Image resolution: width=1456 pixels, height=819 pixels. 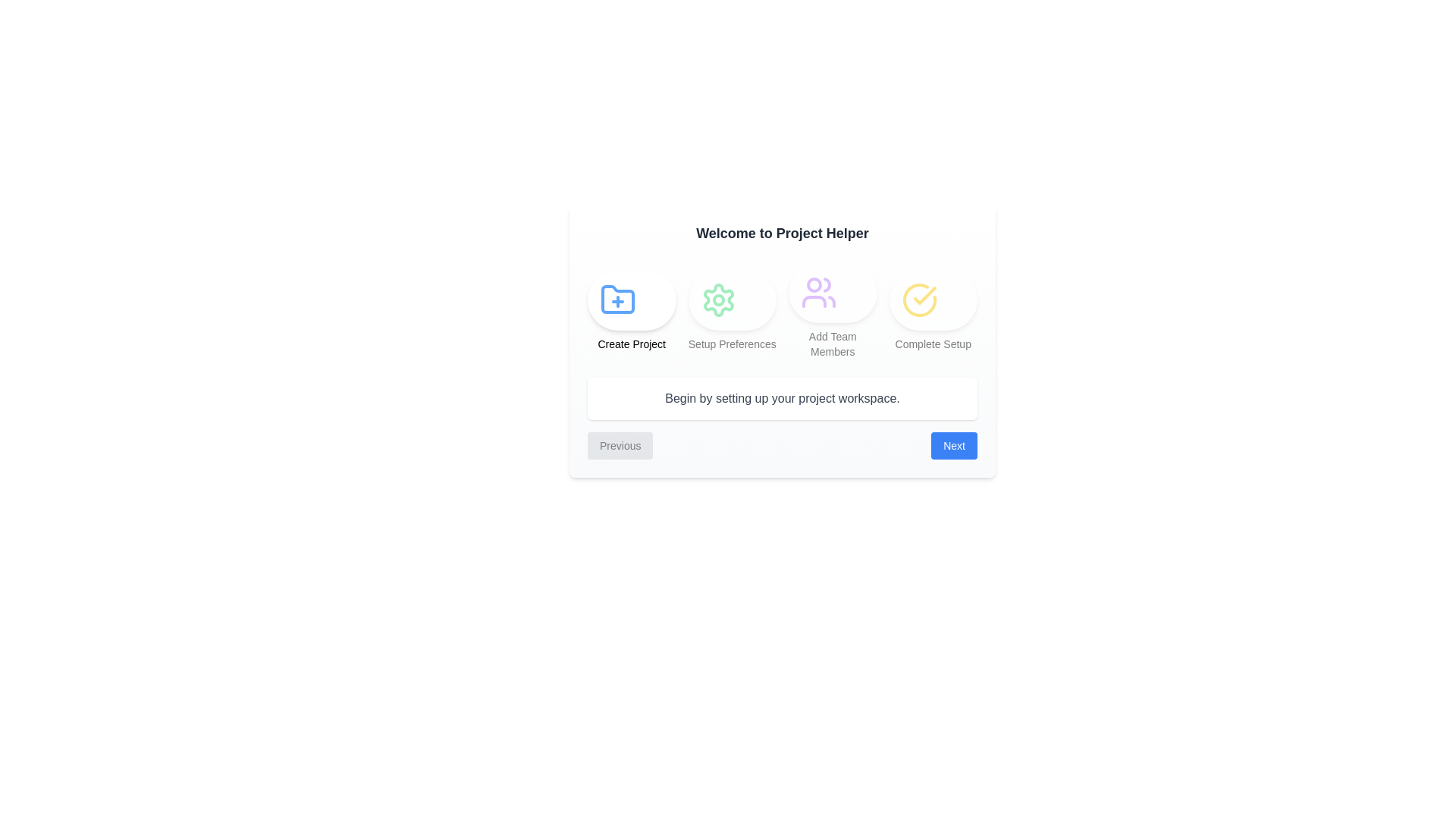 I want to click on Previous button to navigate through the steps, so click(x=620, y=444).